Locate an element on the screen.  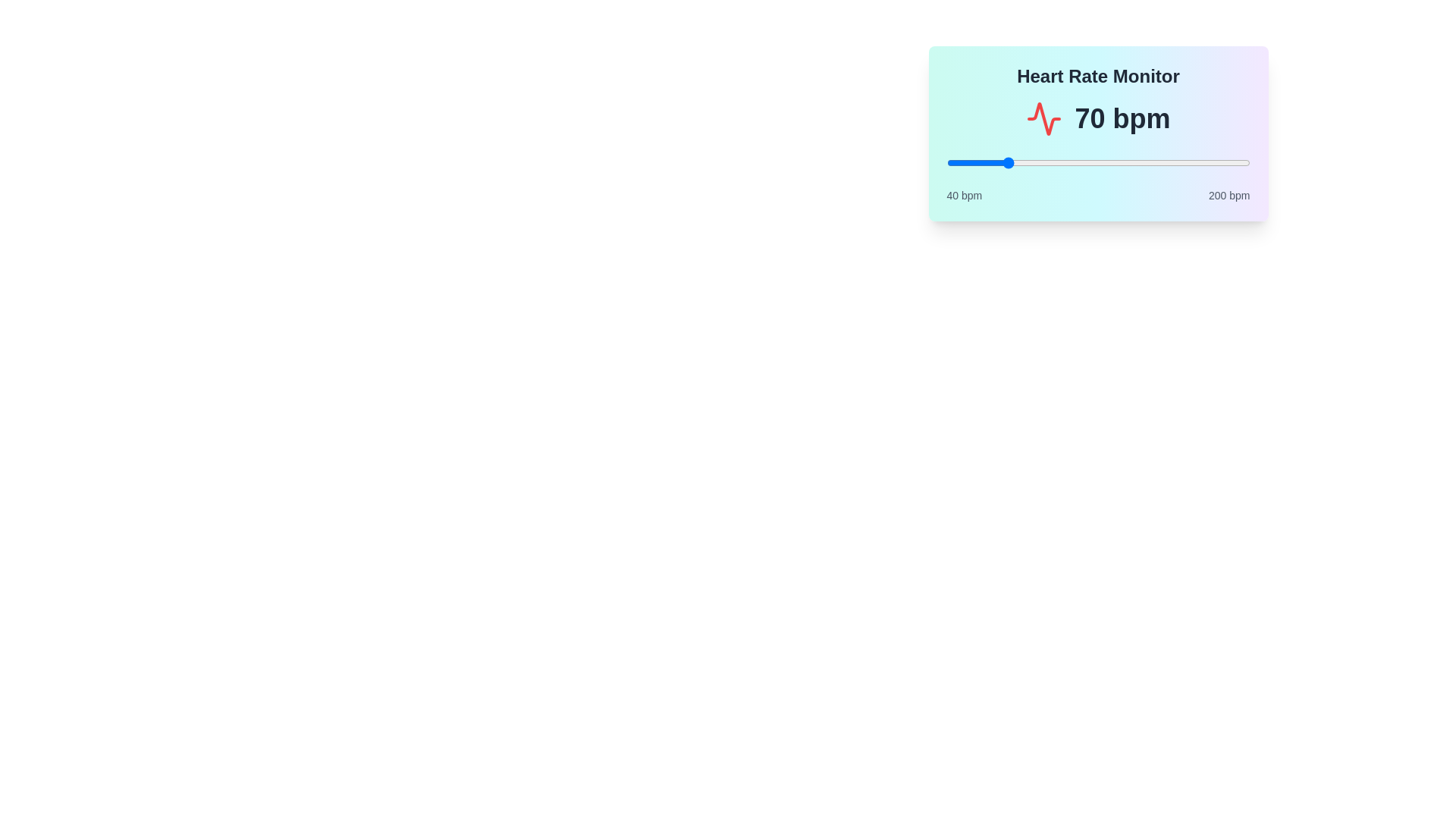
the heart rate slider to 141 bpm is located at coordinates (1138, 163).